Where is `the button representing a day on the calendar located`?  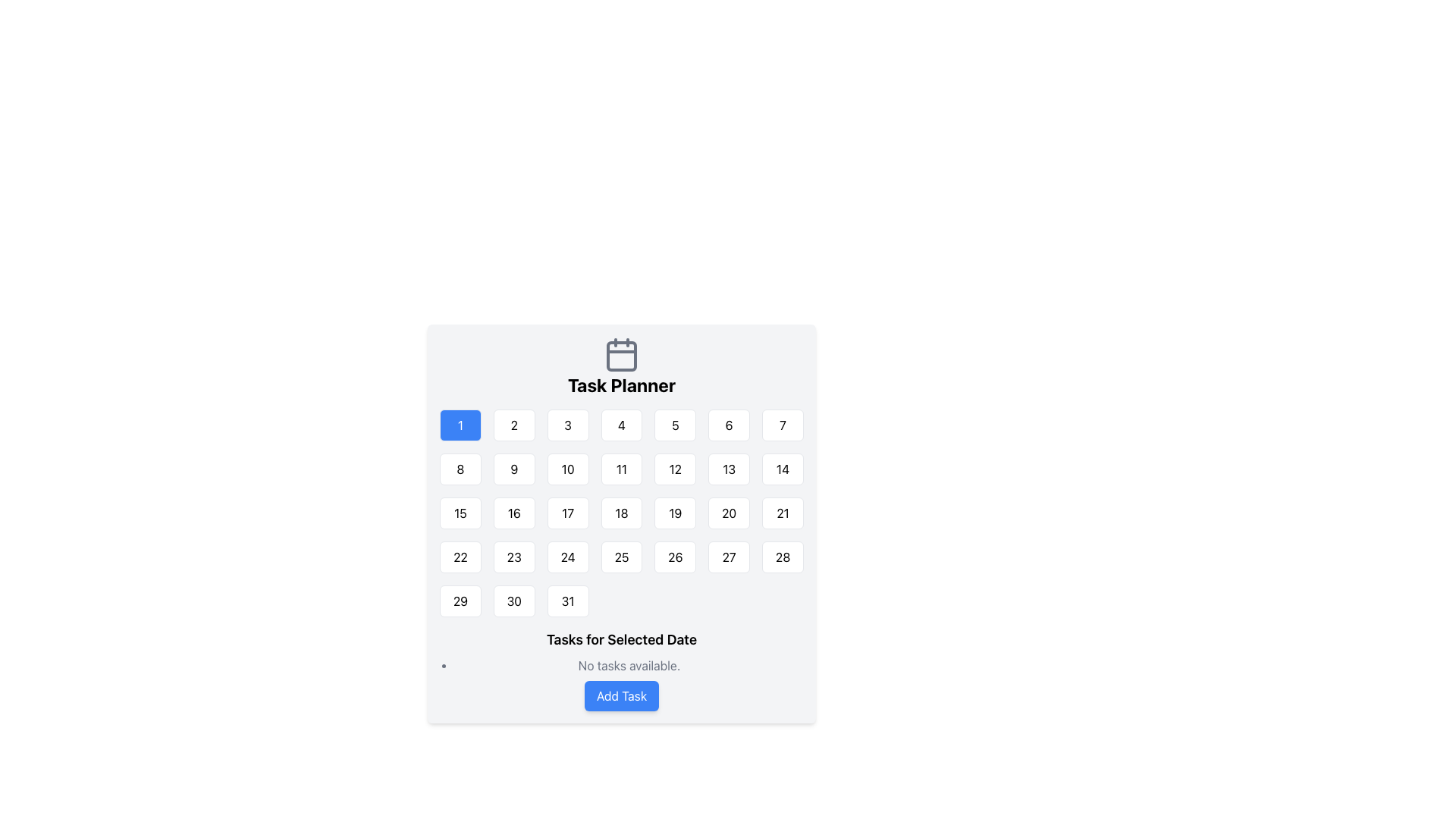
the button representing a day on the calendar located is located at coordinates (460, 513).